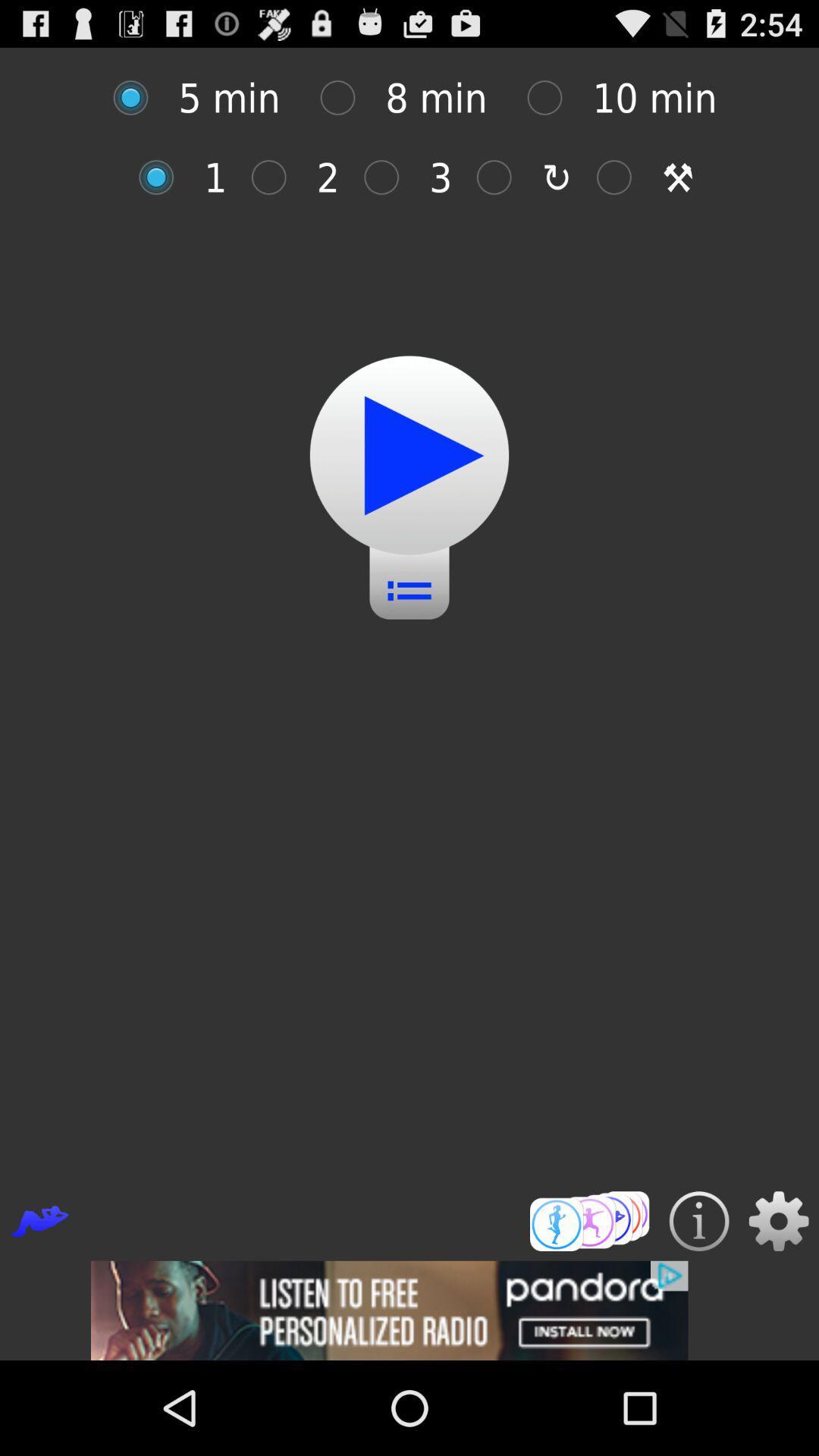 This screenshot has height=1456, width=819. I want to click on option, so click(138, 97).